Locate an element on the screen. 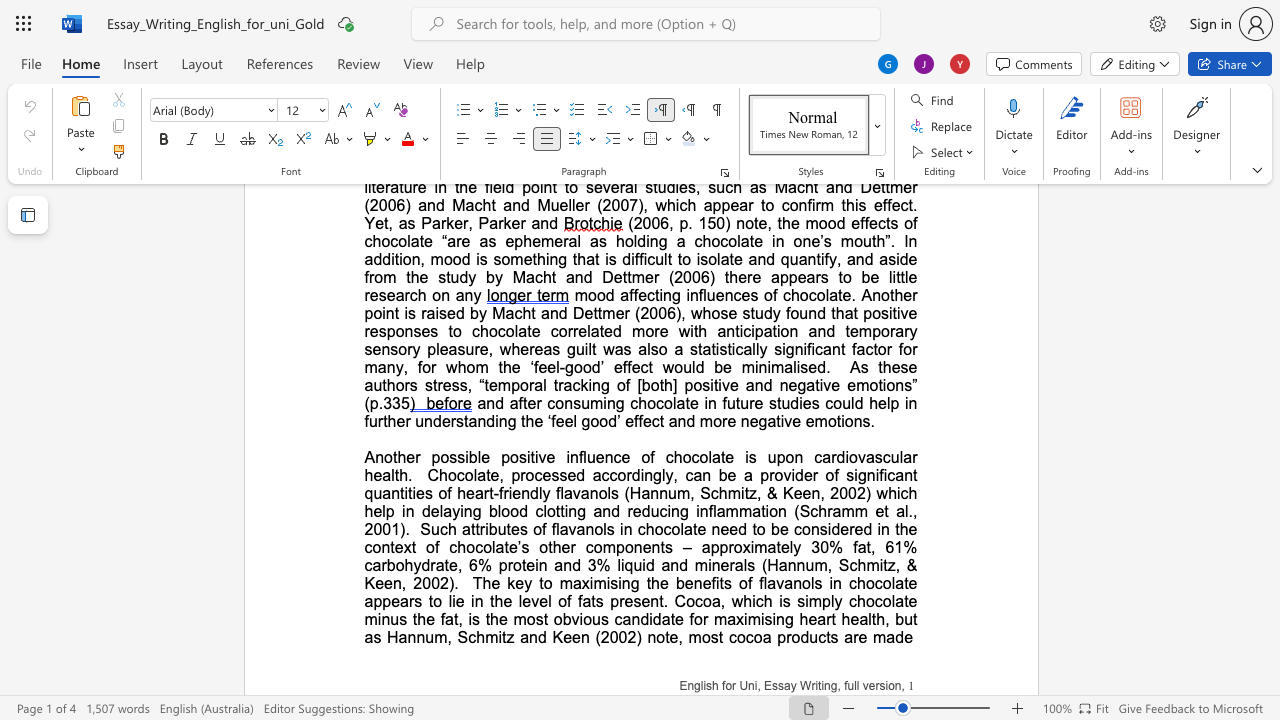 This screenshot has height=720, width=1280. the 3th character "e" in the text is located at coordinates (551, 457).